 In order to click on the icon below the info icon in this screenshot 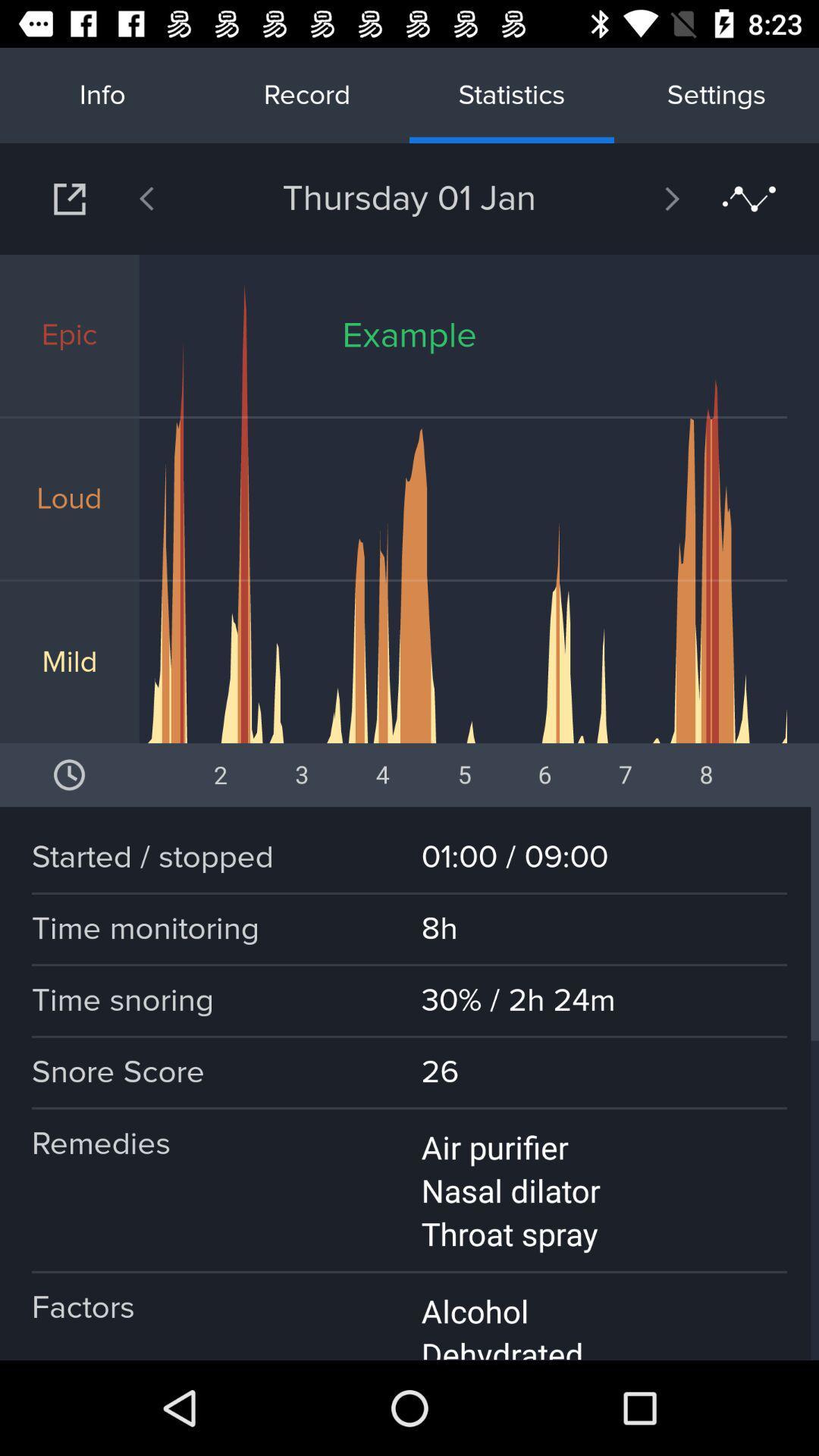, I will do `click(69, 198)`.